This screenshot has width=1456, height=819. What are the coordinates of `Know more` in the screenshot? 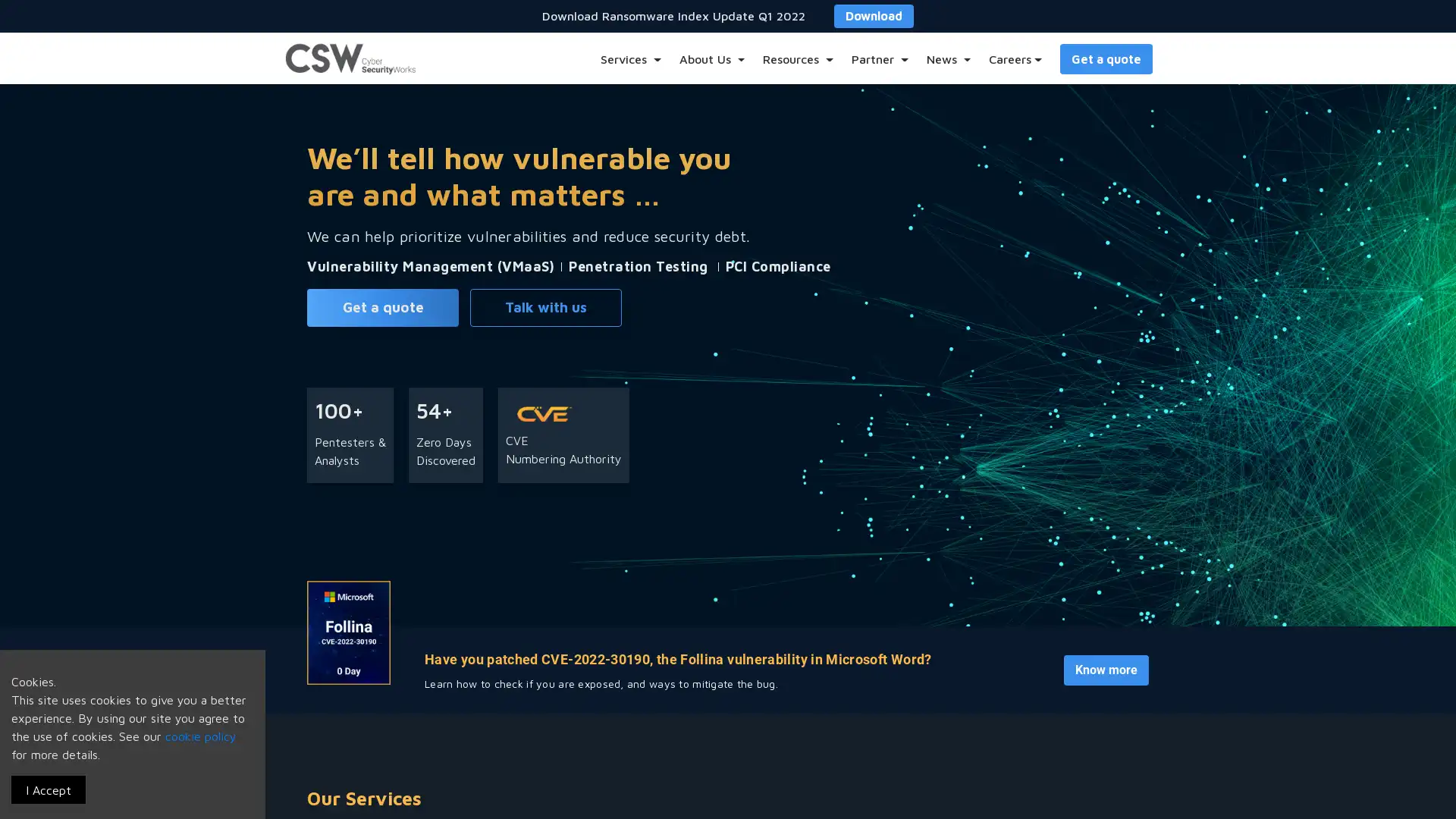 It's located at (1106, 669).